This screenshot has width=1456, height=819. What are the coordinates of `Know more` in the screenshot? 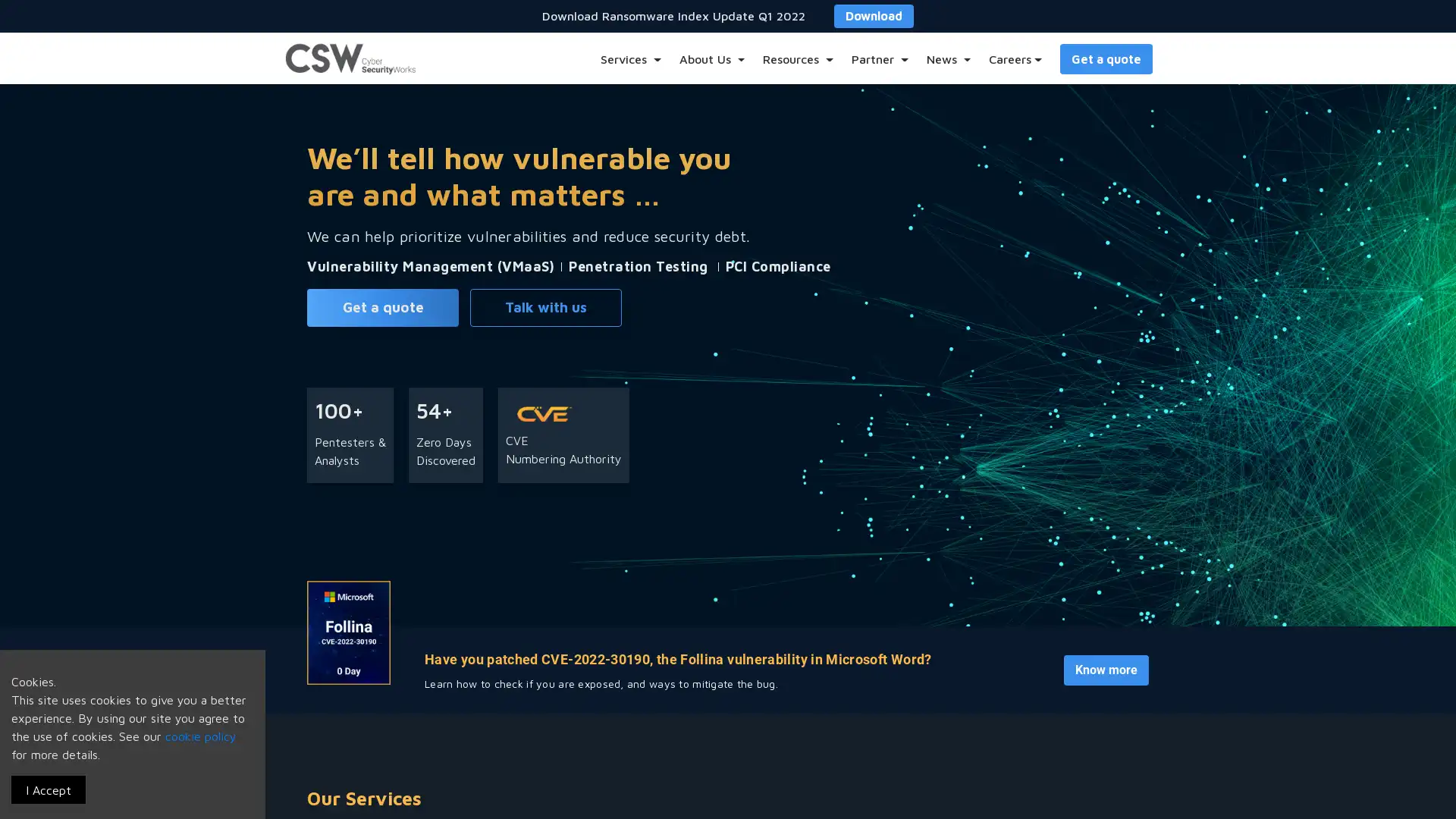 It's located at (1106, 669).